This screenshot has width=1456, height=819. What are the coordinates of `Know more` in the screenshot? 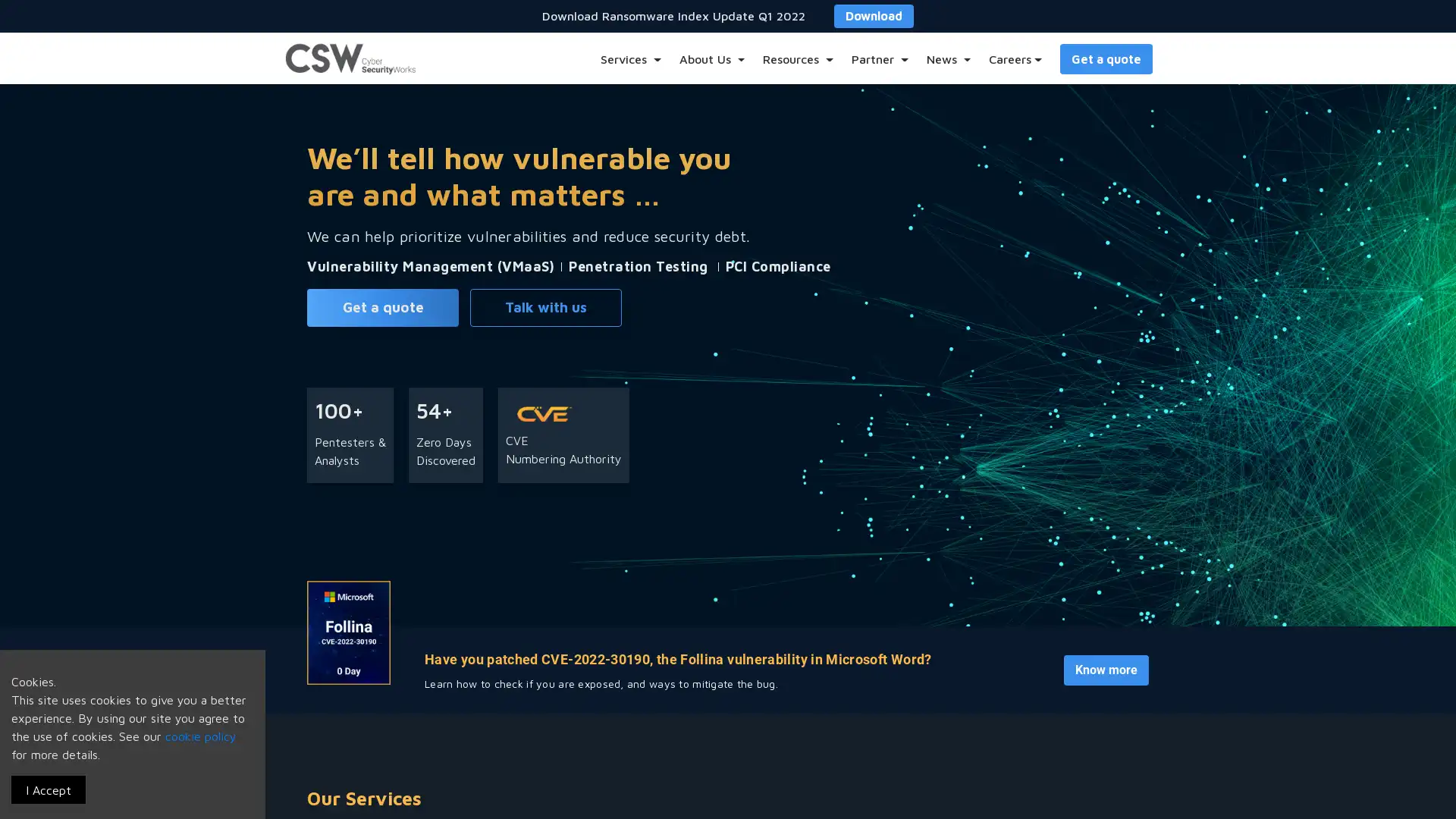 It's located at (1106, 669).